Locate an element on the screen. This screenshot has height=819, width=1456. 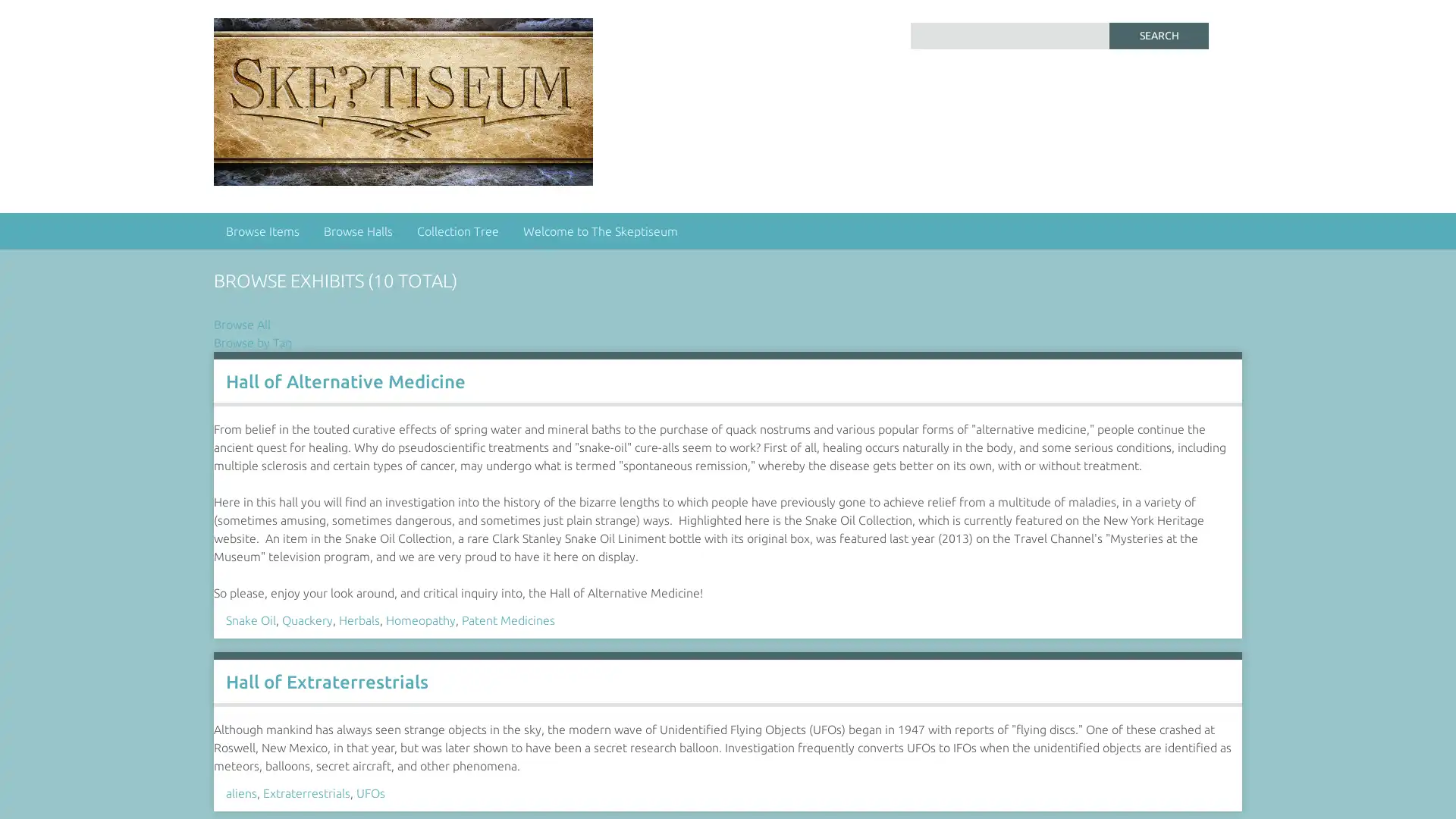
Search is located at coordinates (1157, 35).